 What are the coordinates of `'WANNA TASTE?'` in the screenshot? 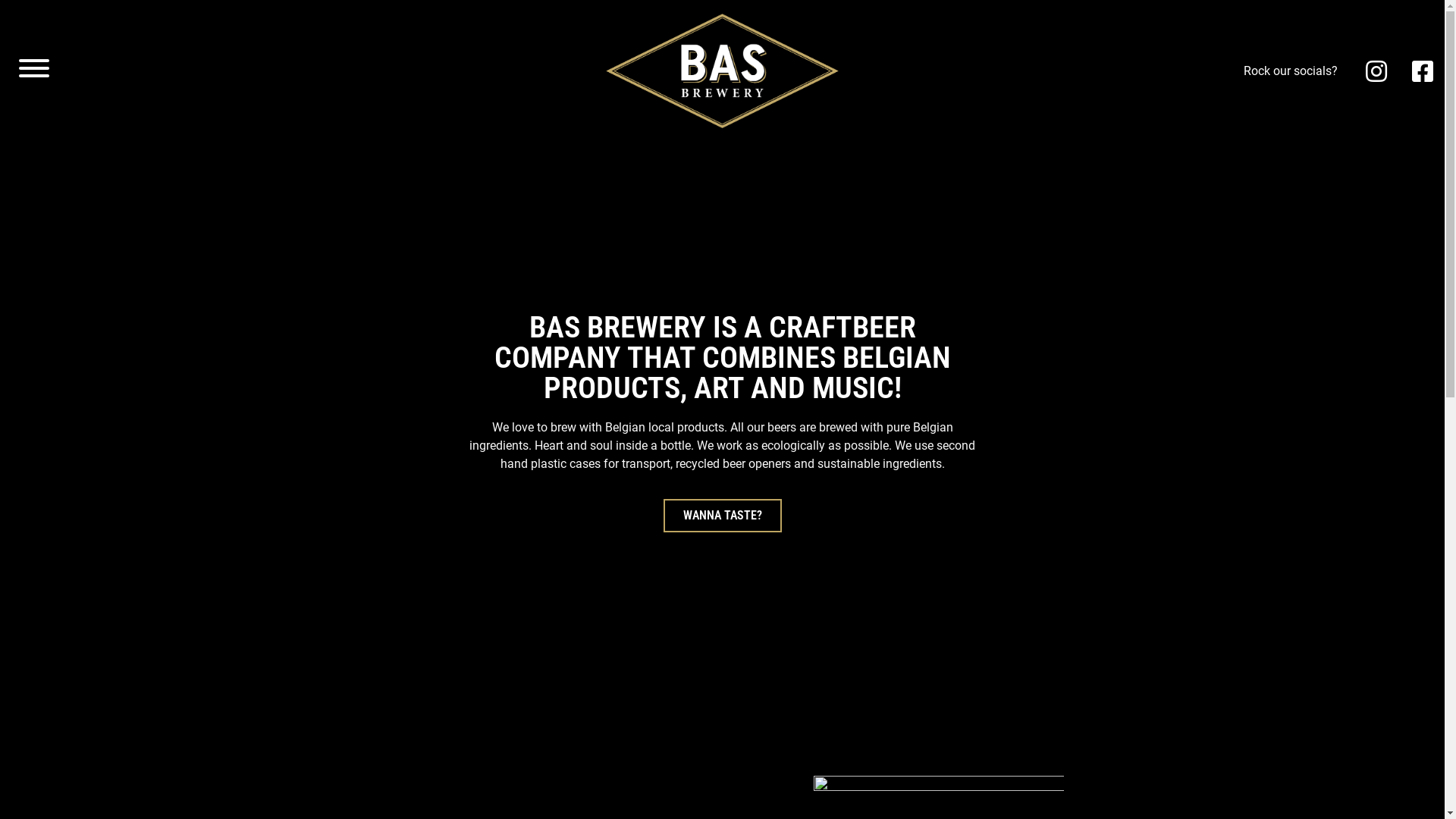 It's located at (720, 514).